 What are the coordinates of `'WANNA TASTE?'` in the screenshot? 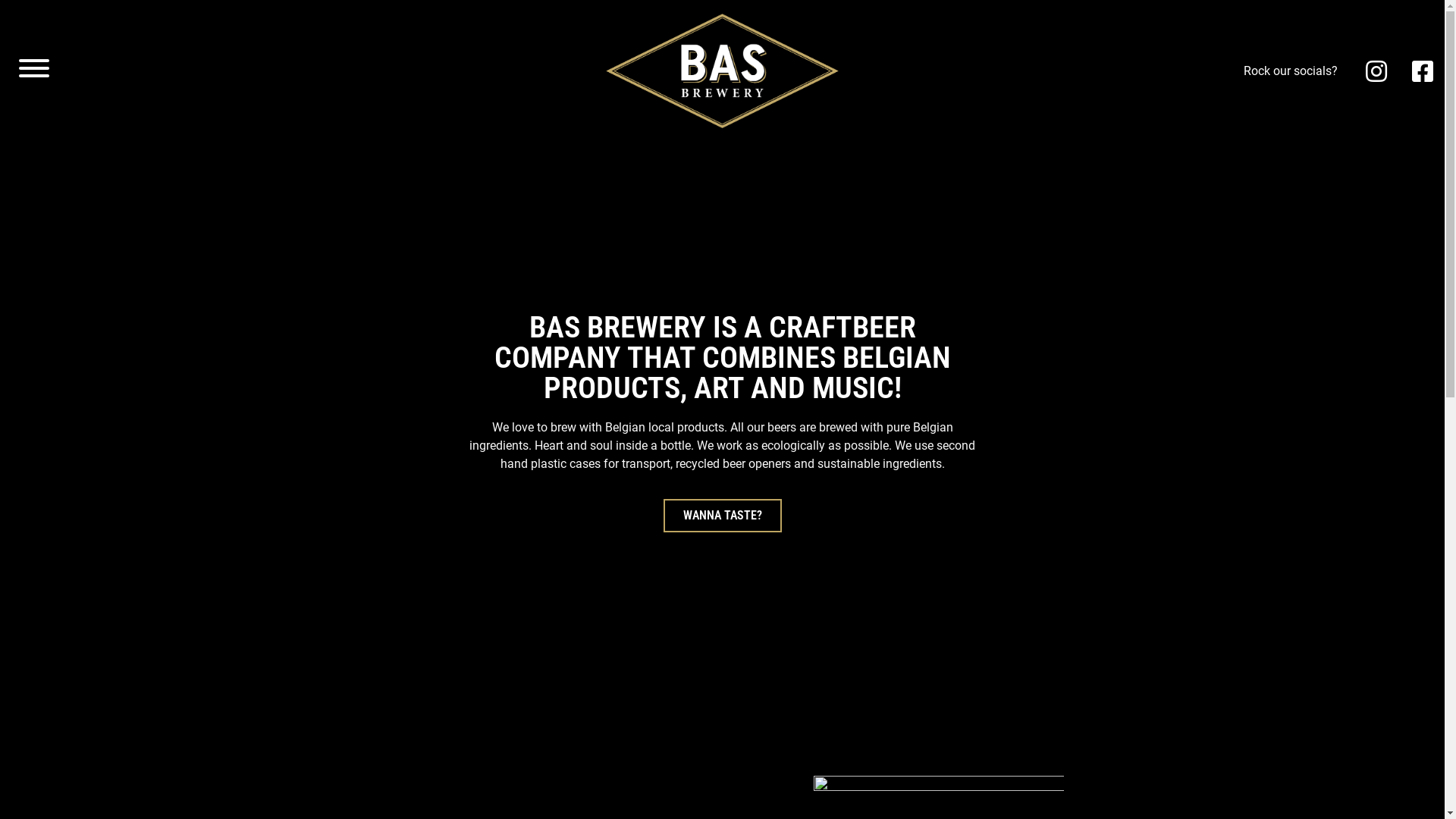 It's located at (720, 514).